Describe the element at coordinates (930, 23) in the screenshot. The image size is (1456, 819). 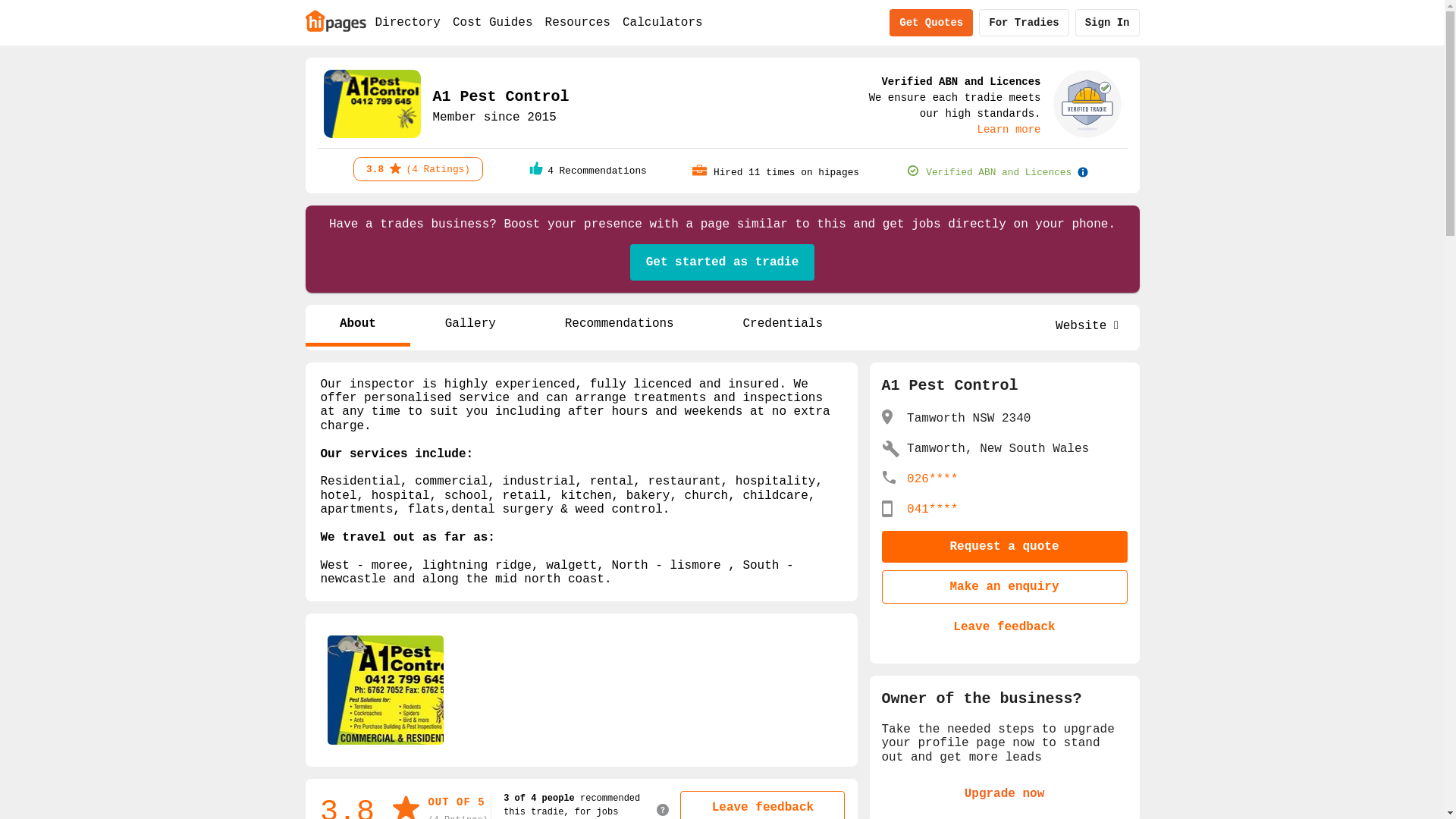
I see `'Get Quotes'` at that location.